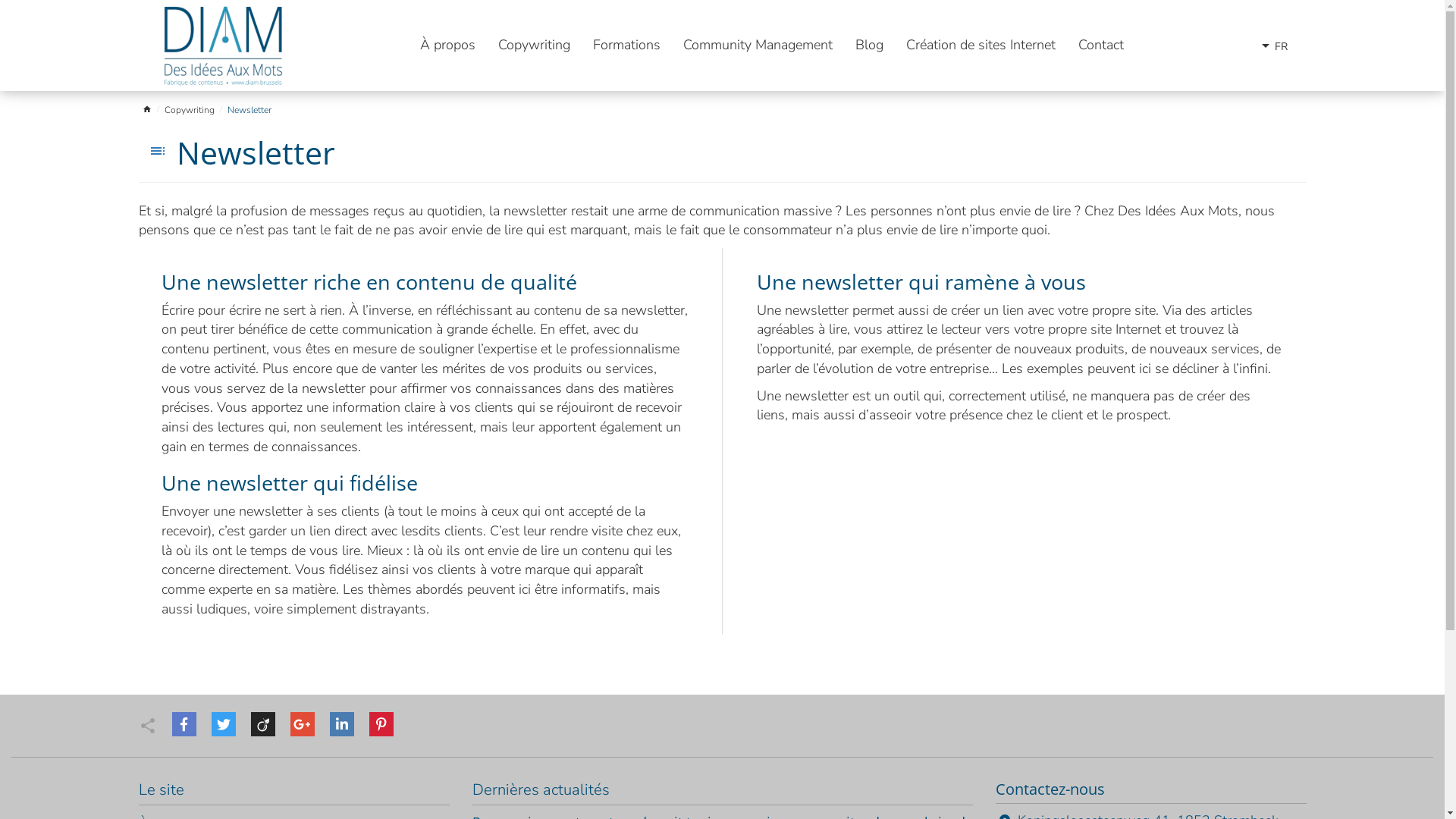 This screenshot has width=1456, height=819. Describe the element at coordinates (171, 723) in the screenshot. I see `'Facebook'` at that location.